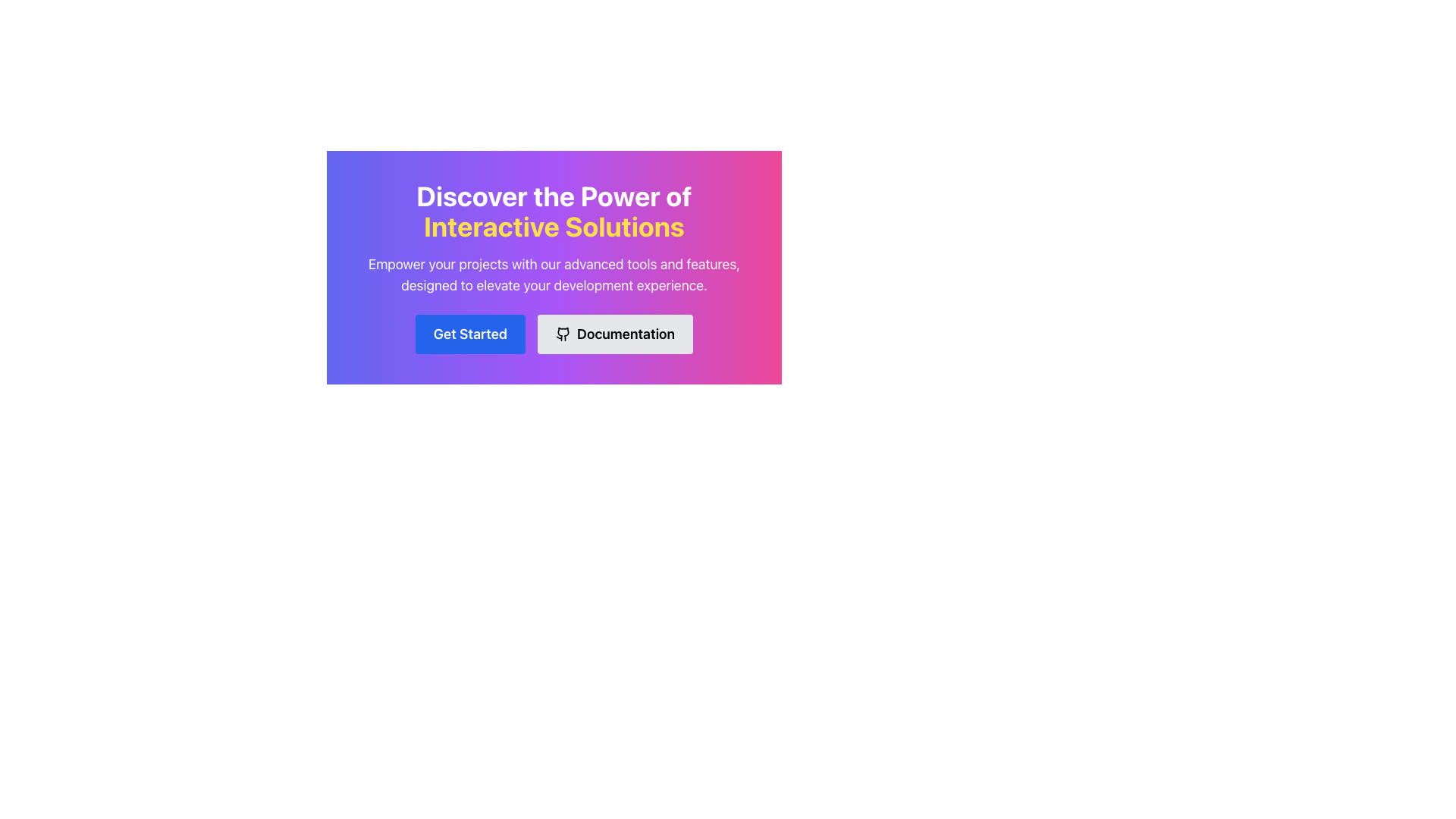  What do you see at coordinates (615, 333) in the screenshot?
I see `the documentation button located to the right of the 'Get Started' button` at bounding box center [615, 333].